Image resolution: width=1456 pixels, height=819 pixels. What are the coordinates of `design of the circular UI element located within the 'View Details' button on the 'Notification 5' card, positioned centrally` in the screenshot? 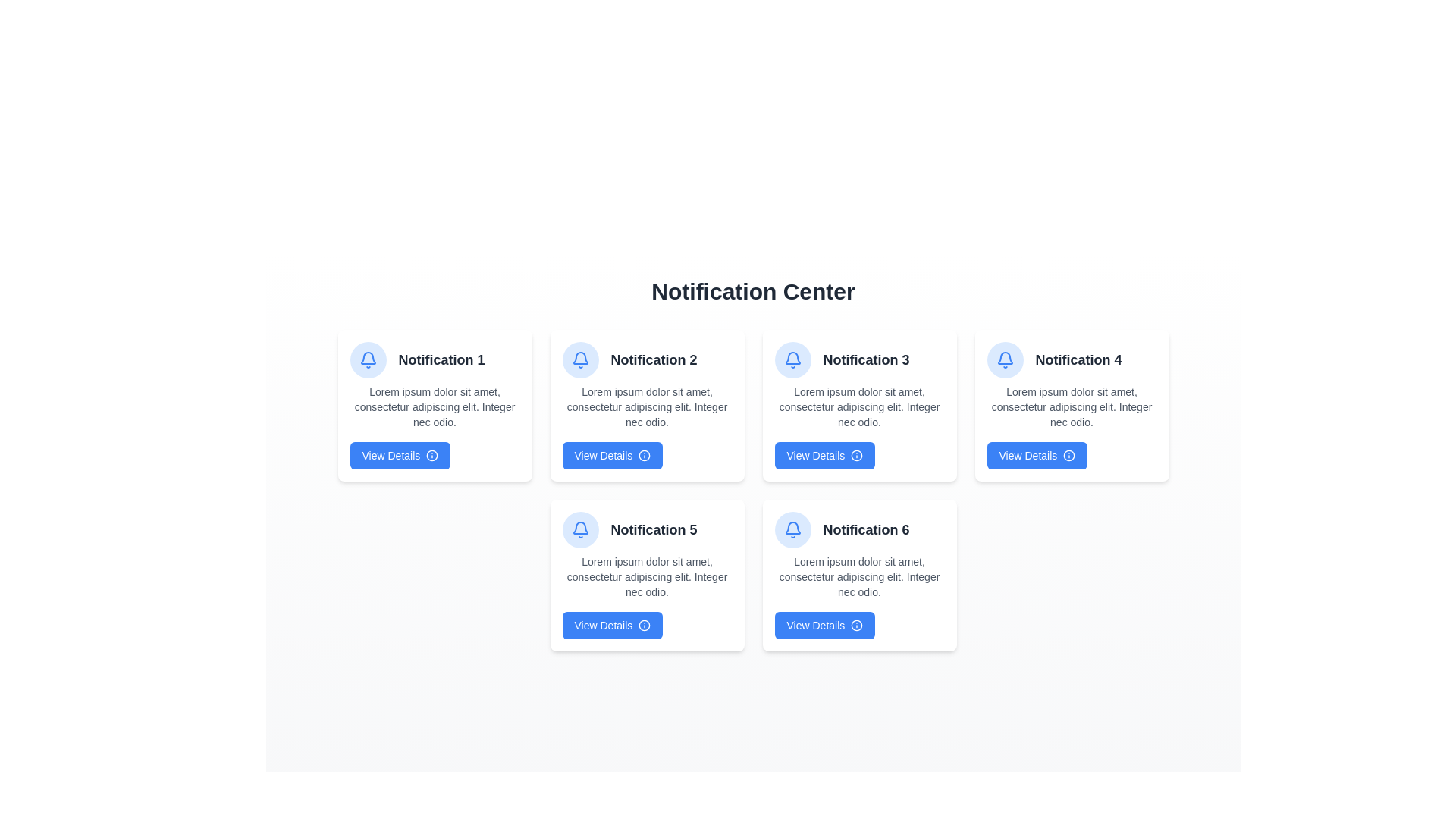 It's located at (645, 626).